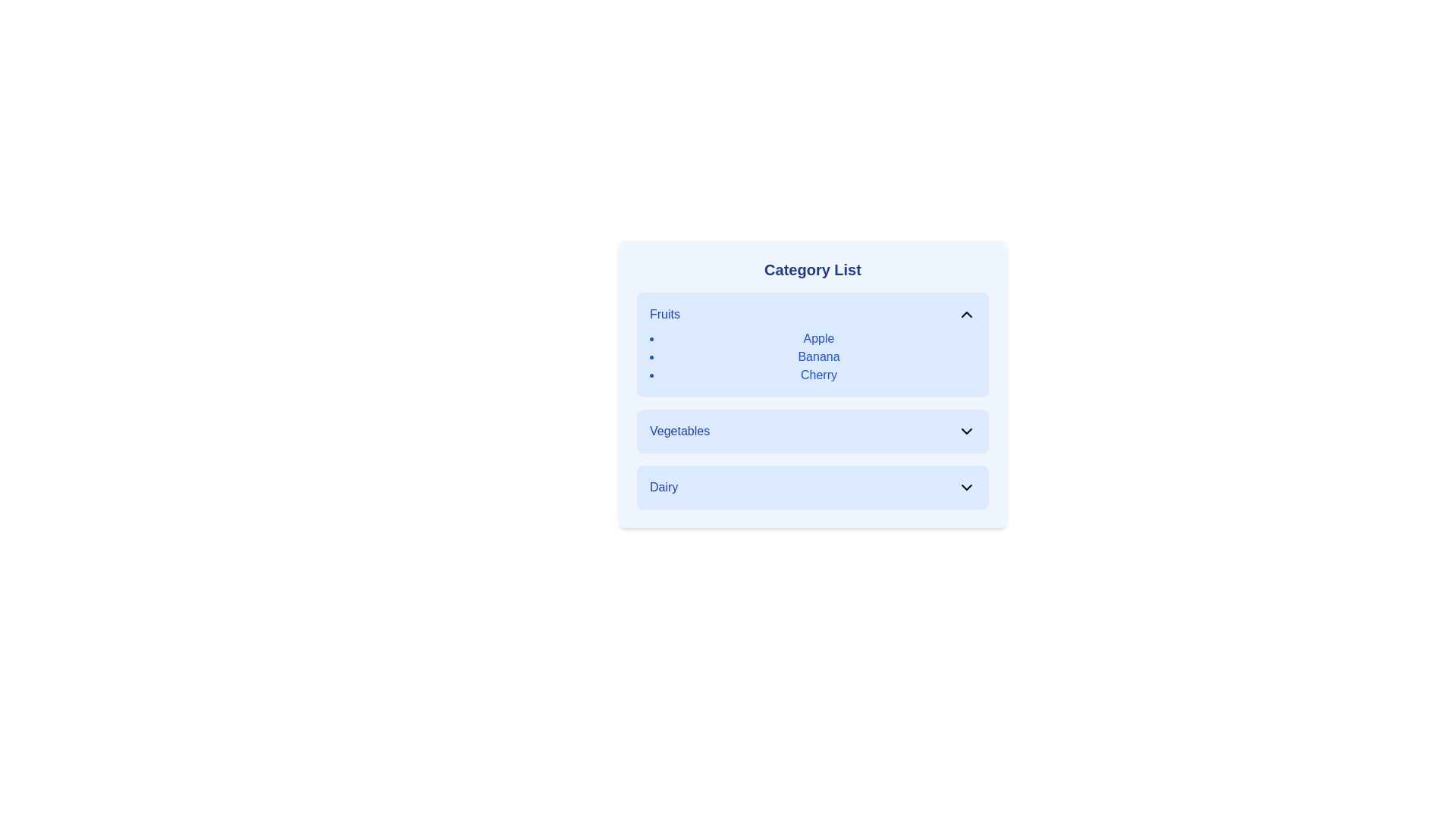 The width and height of the screenshot is (1456, 819). Describe the element at coordinates (664, 488) in the screenshot. I see `the blue-colored text label 'Dairy' which is the last category in the list and is styled with a medium font weight` at that location.